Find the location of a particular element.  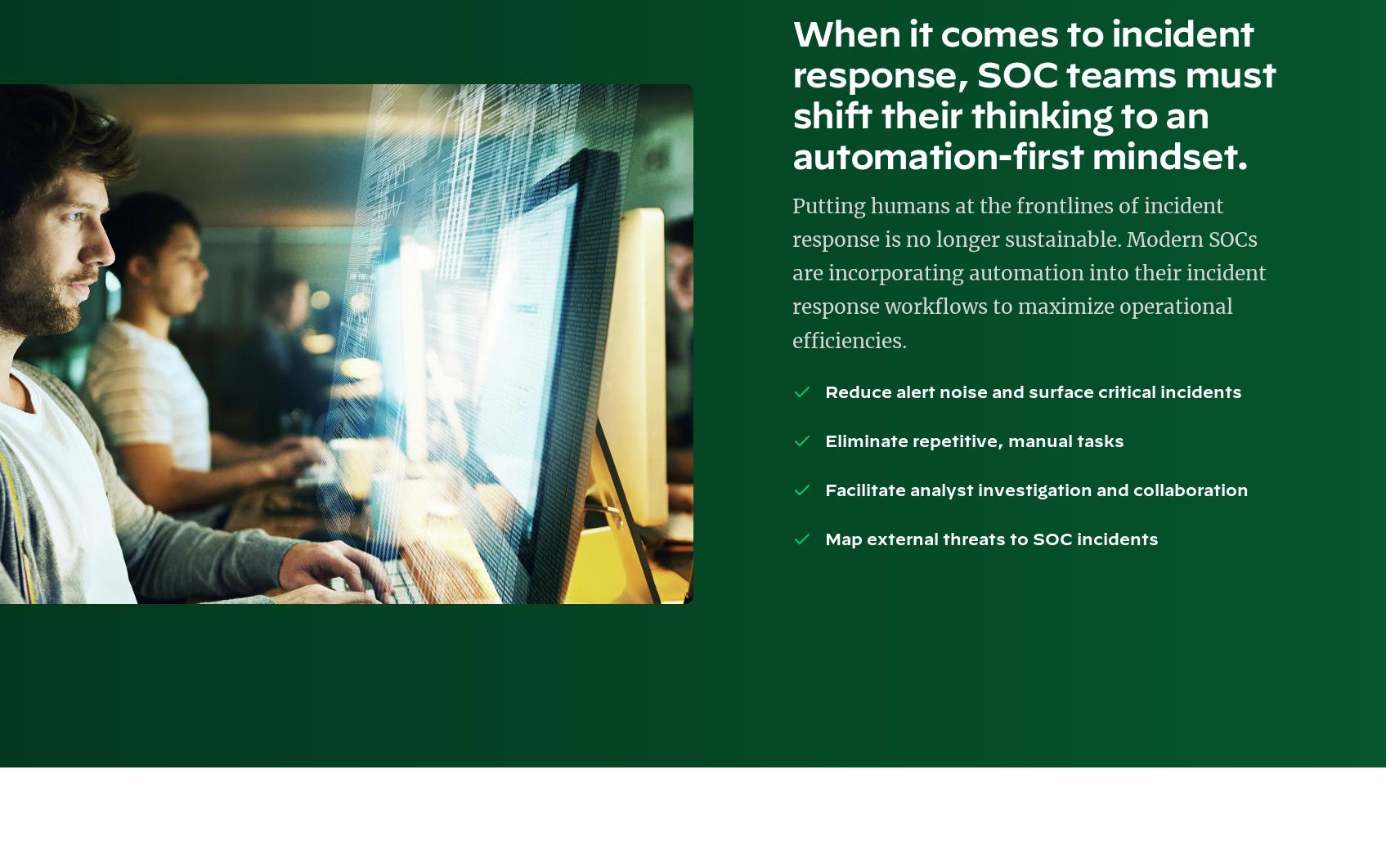

'Privacy Statement' is located at coordinates (1023, 406).